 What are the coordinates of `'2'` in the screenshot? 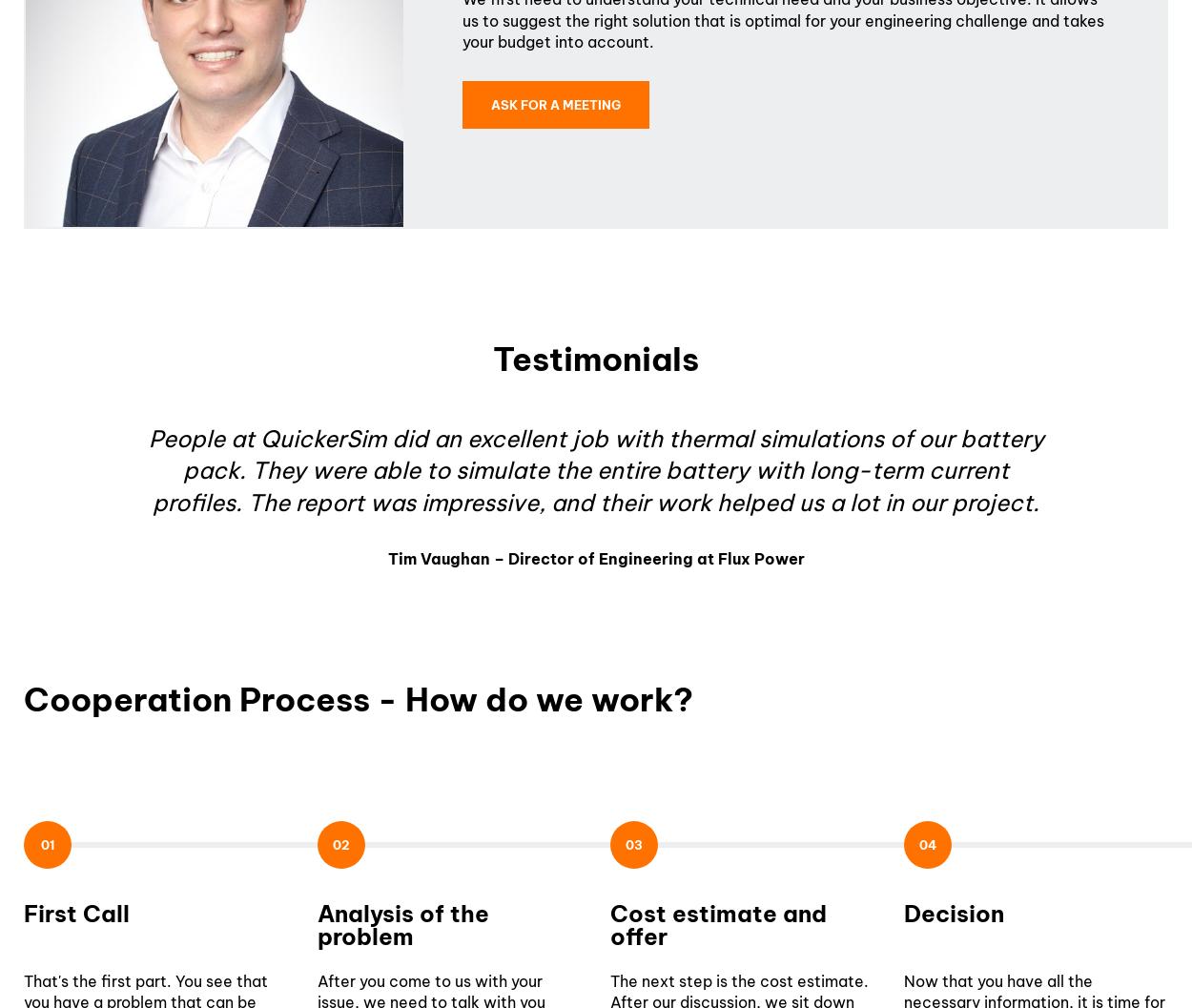 It's located at (343, 843).